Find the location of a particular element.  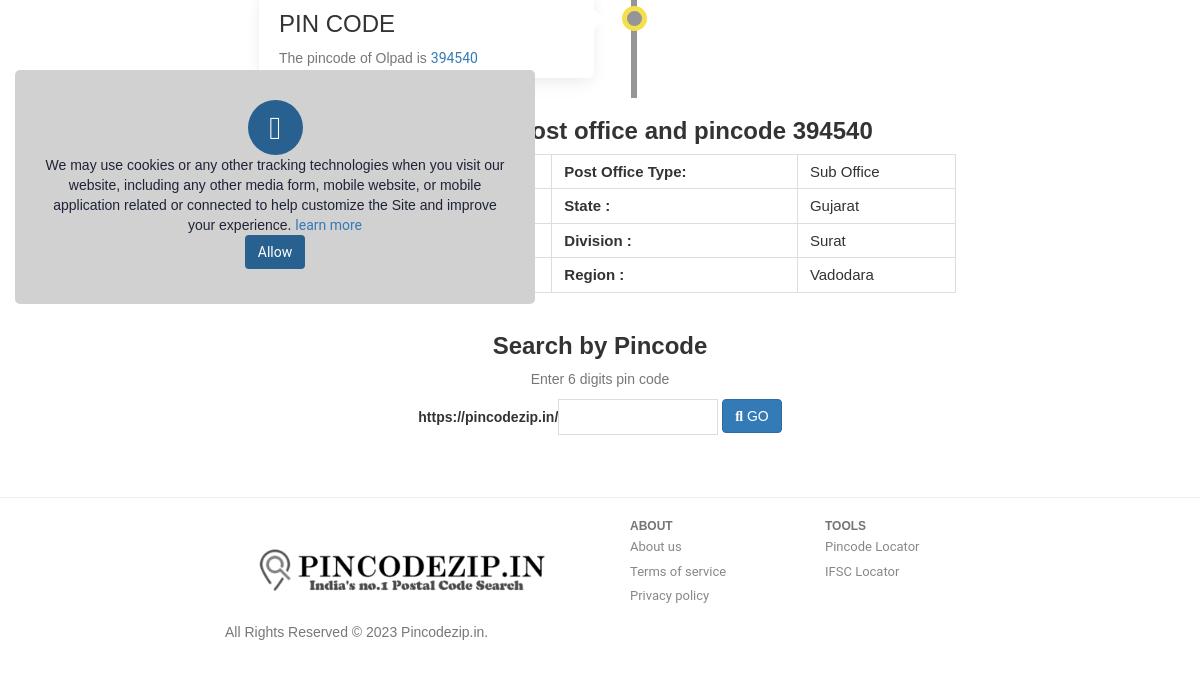

'Circle :' is located at coordinates (281, 274).